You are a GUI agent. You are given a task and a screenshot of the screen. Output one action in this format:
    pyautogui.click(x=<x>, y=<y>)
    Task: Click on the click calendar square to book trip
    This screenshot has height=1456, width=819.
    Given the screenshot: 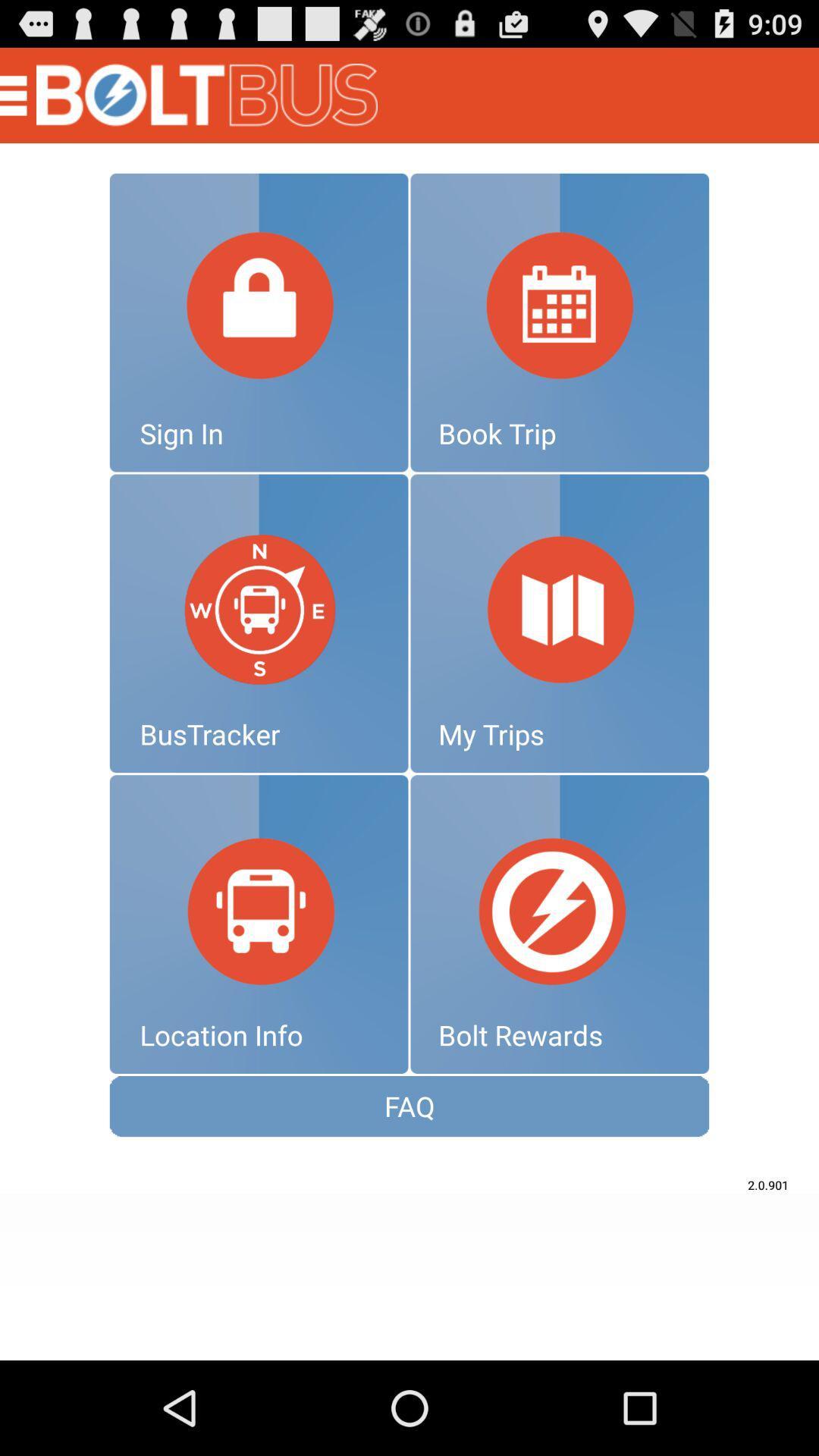 What is the action you would take?
    pyautogui.click(x=560, y=322)
    